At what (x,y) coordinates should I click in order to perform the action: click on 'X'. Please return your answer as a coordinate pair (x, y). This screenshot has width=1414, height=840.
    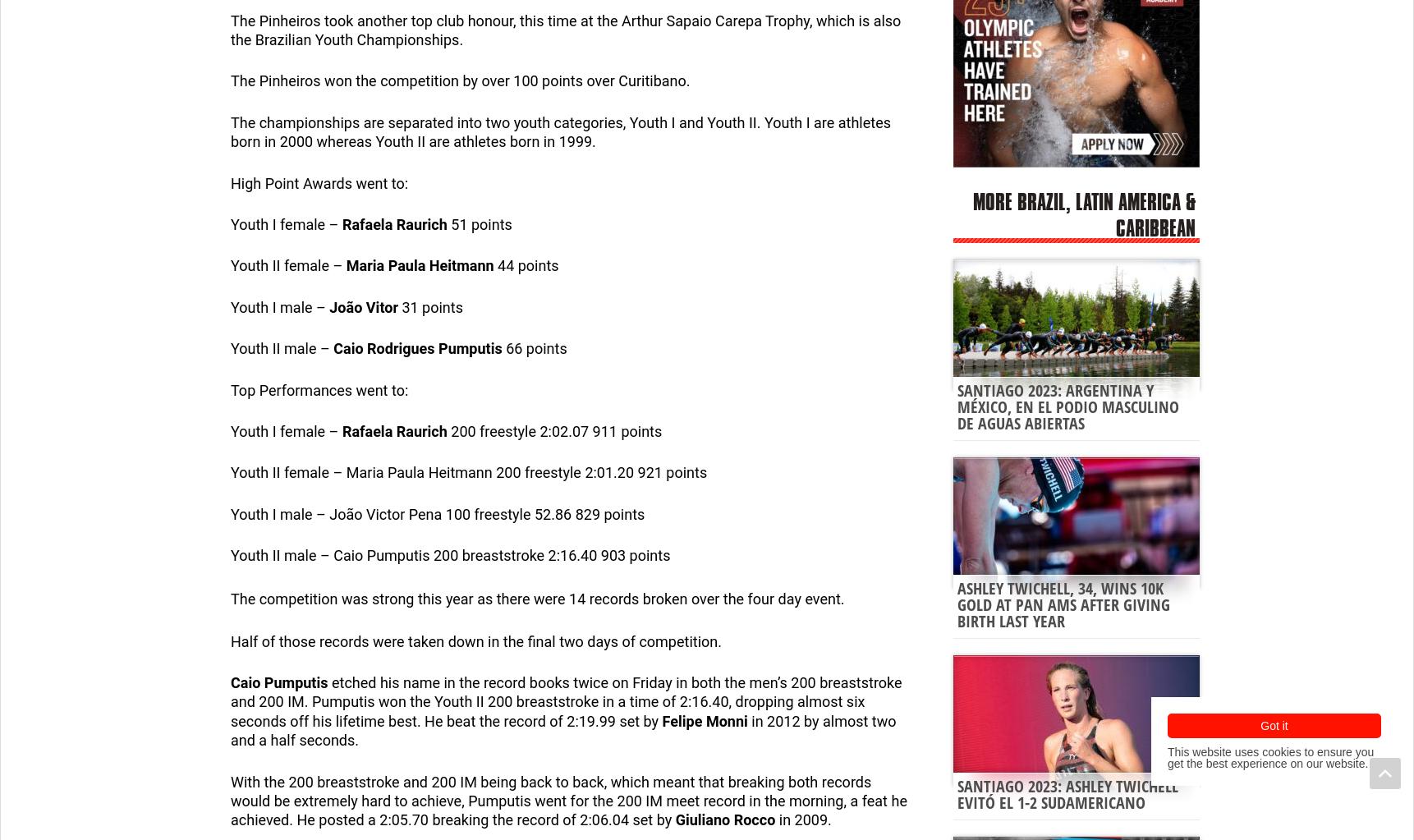
    Looking at the image, I should click on (253, 709).